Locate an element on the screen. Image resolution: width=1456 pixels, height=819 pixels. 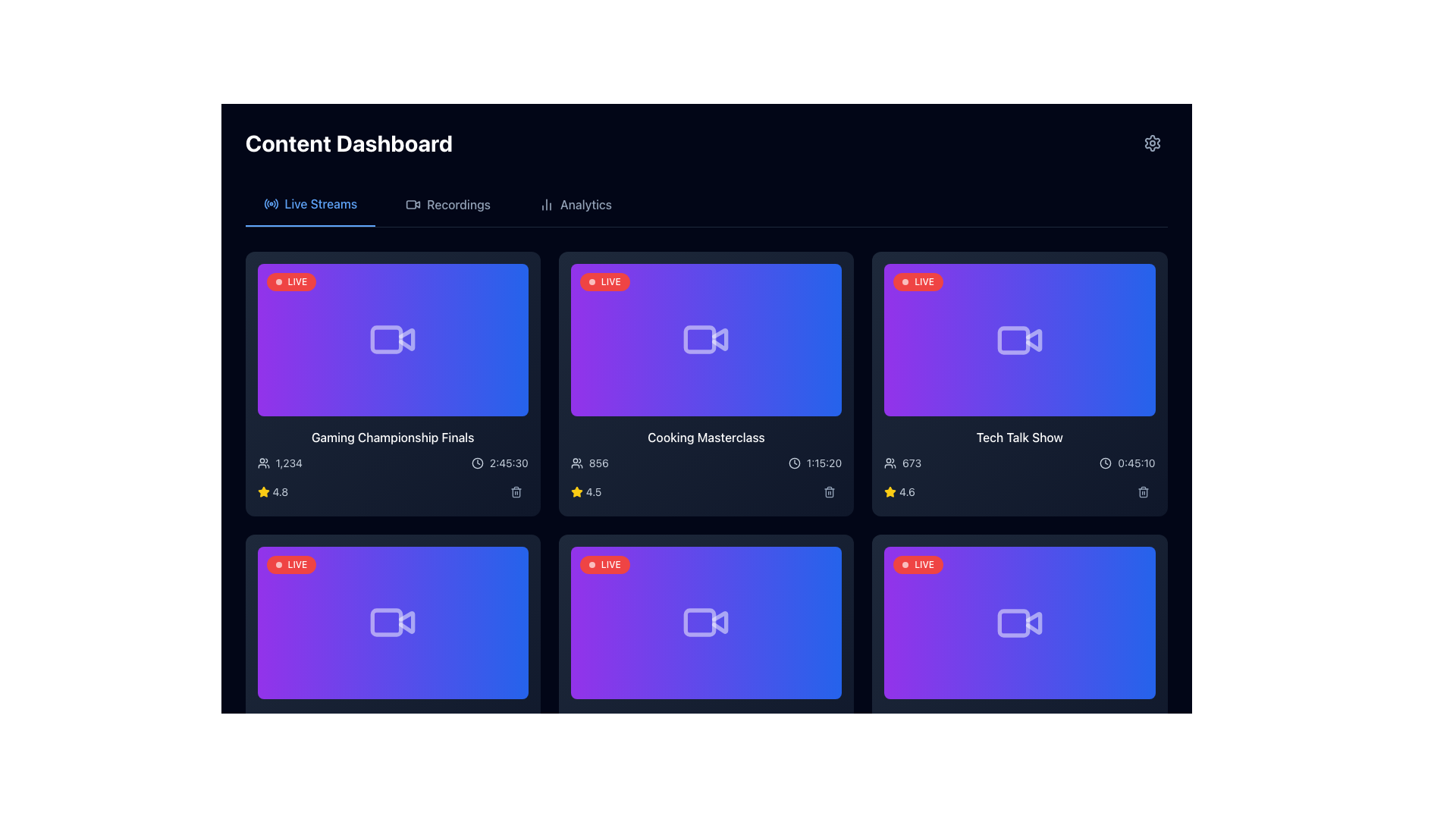
the speaker or microphone icon within the video icon located in the top-left card of the content grid under the 'Live Streams' section is located at coordinates (406, 339).